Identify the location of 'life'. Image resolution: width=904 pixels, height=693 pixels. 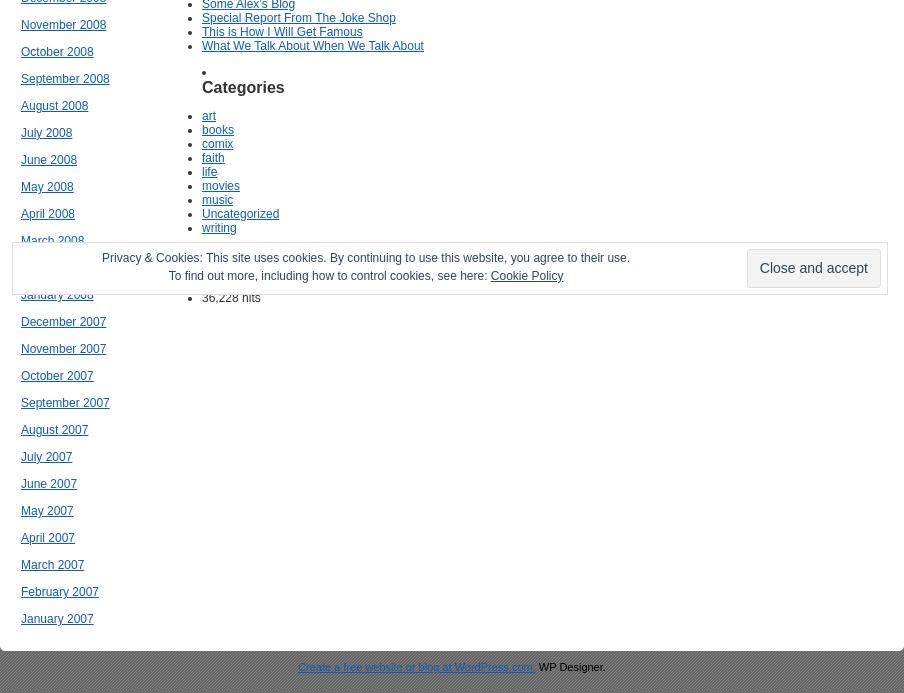
(209, 171).